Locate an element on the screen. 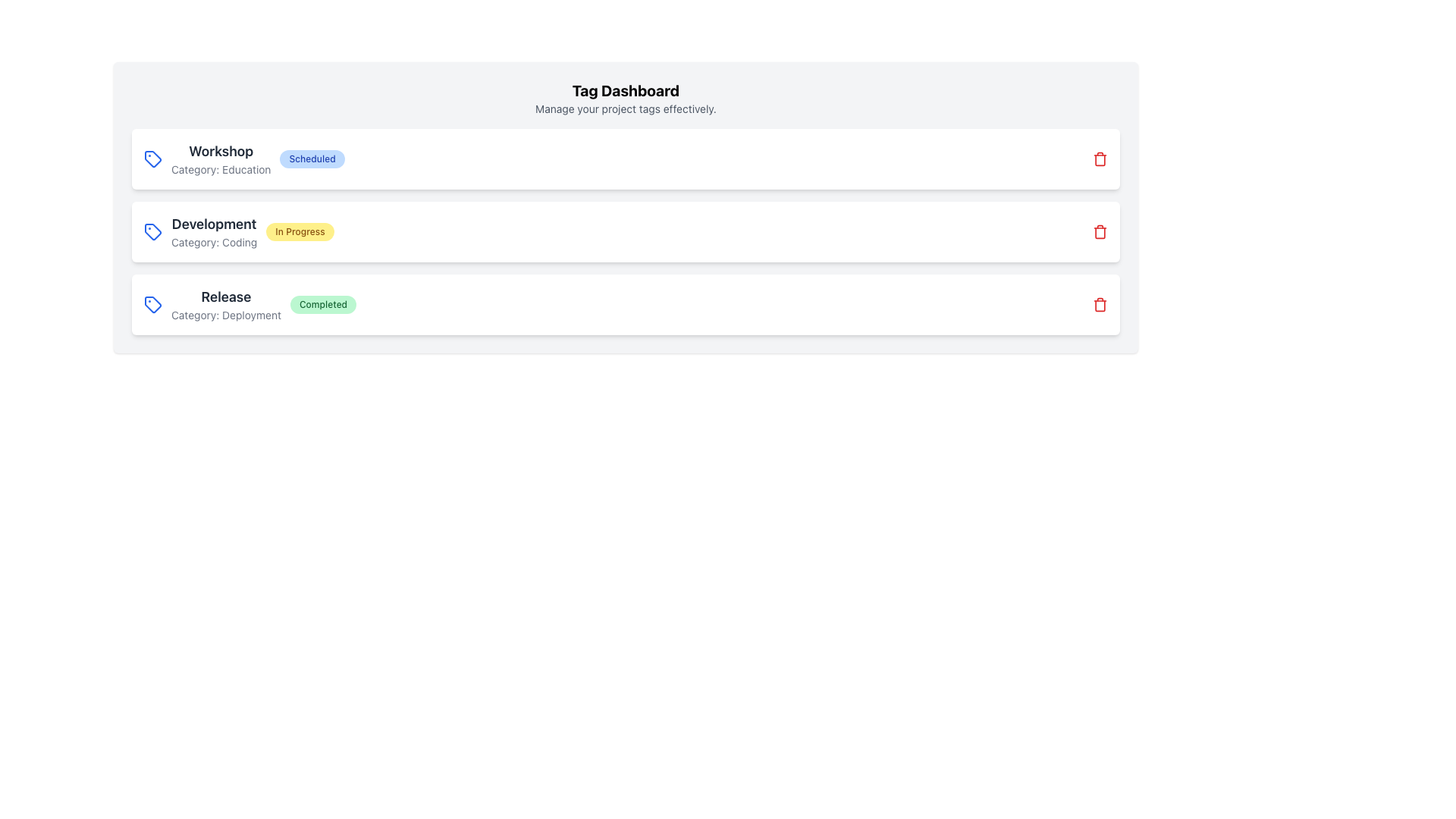 This screenshot has height=819, width=1456. the 'Development' task label which includes a tag icon and a status badge indicating 'In Progress.' is located at coordinates (238, 231).